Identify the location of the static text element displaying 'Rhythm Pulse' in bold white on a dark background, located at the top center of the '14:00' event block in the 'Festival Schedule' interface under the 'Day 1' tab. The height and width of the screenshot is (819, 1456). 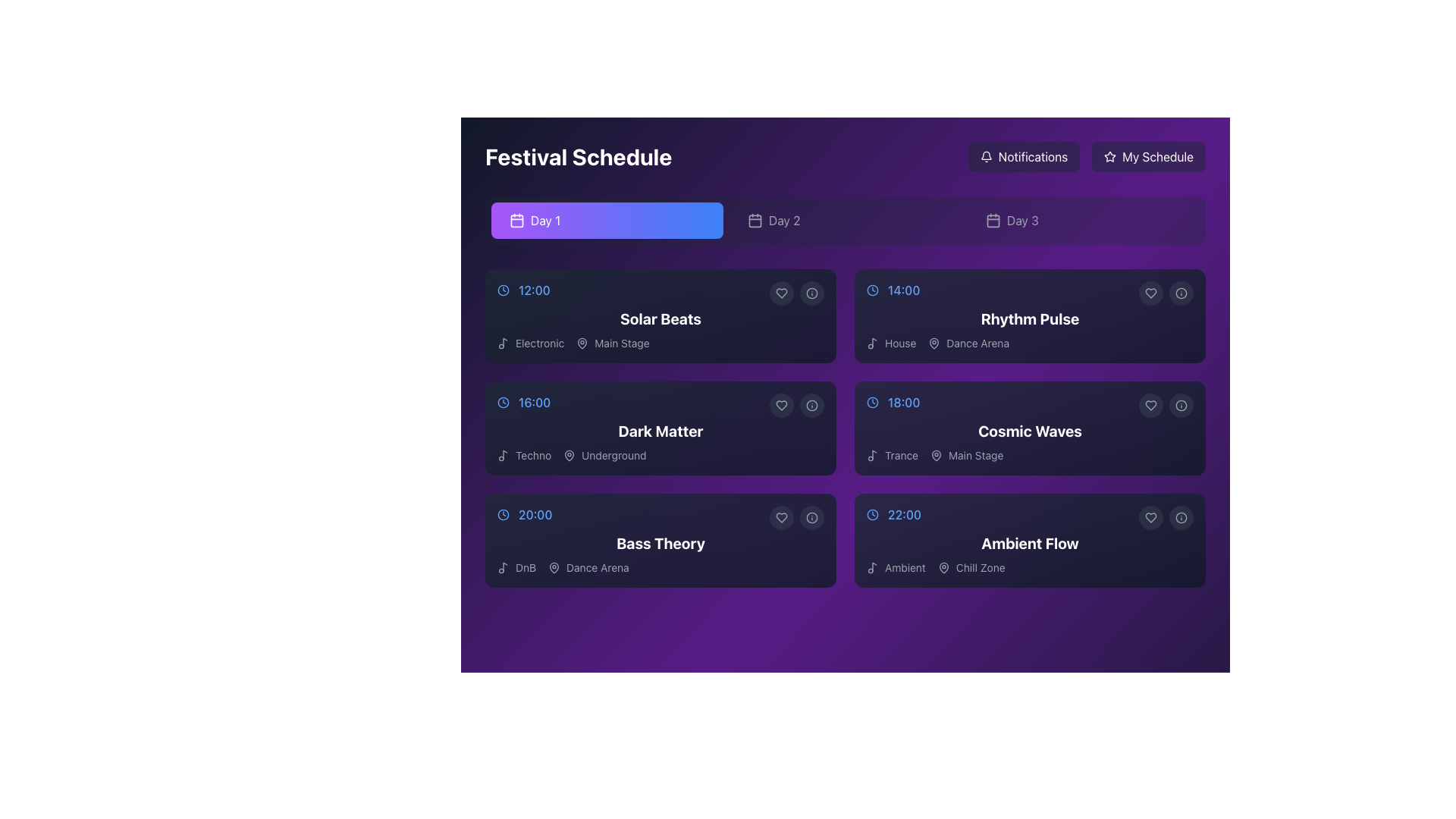
(1030, 318).